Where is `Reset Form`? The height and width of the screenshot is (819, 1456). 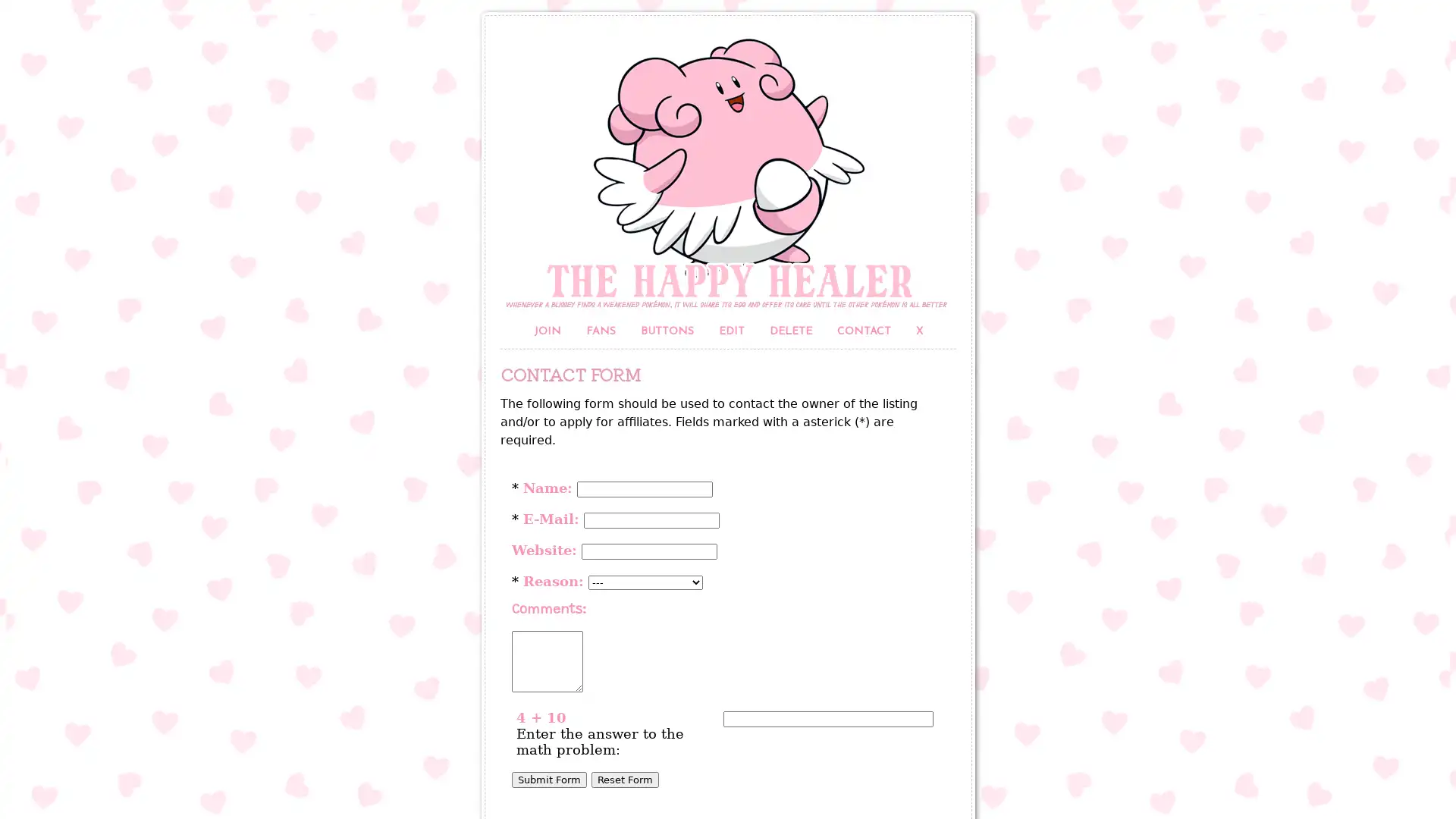 Reset Form is located at coordinates (625, 780).